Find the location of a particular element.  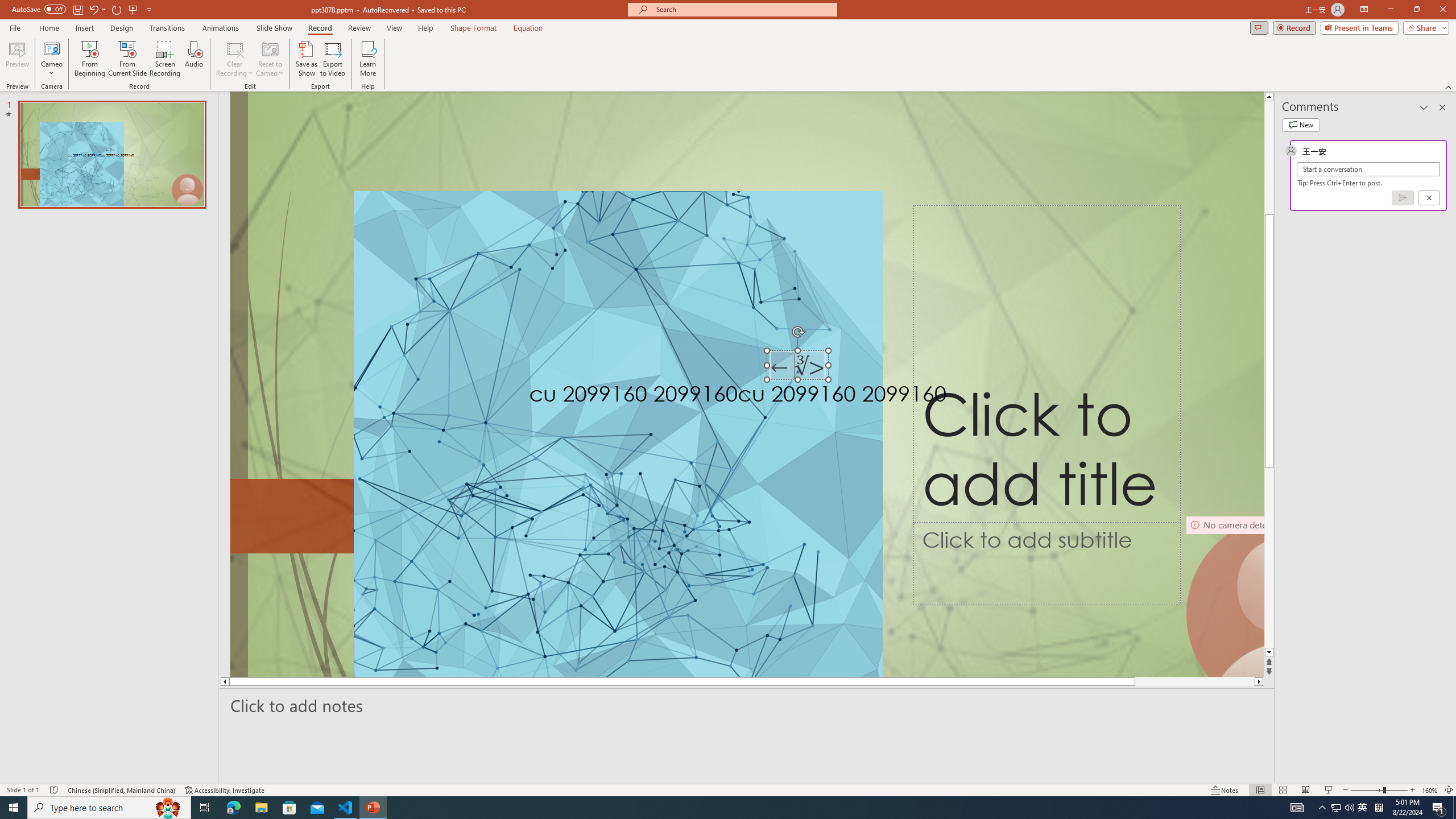

'Cameo' is located at coordinates (51, 59).